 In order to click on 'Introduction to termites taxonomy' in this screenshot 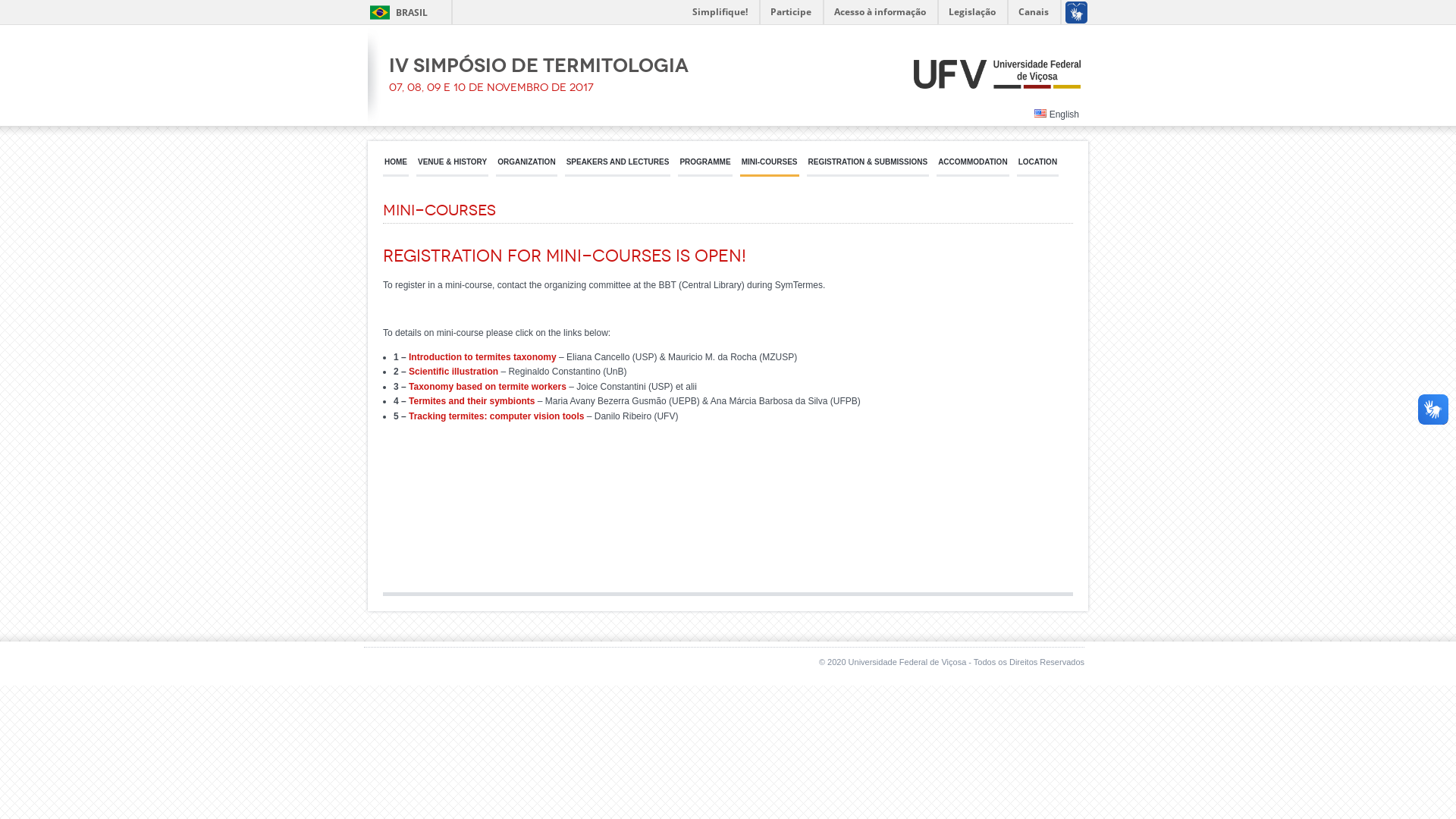, I will do `click(482, 356)`.